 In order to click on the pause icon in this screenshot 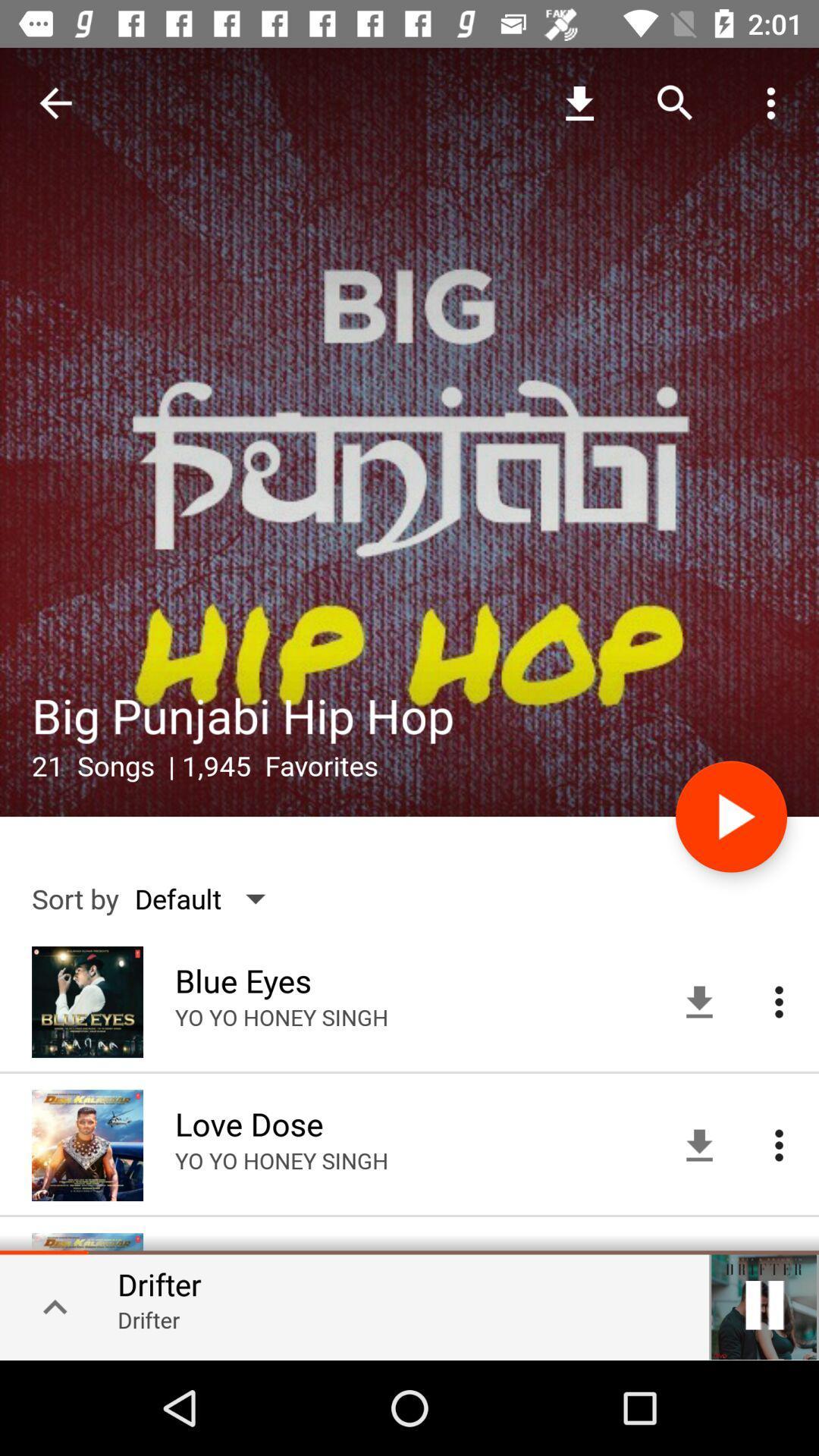, I will do `click(764, 1304)`.